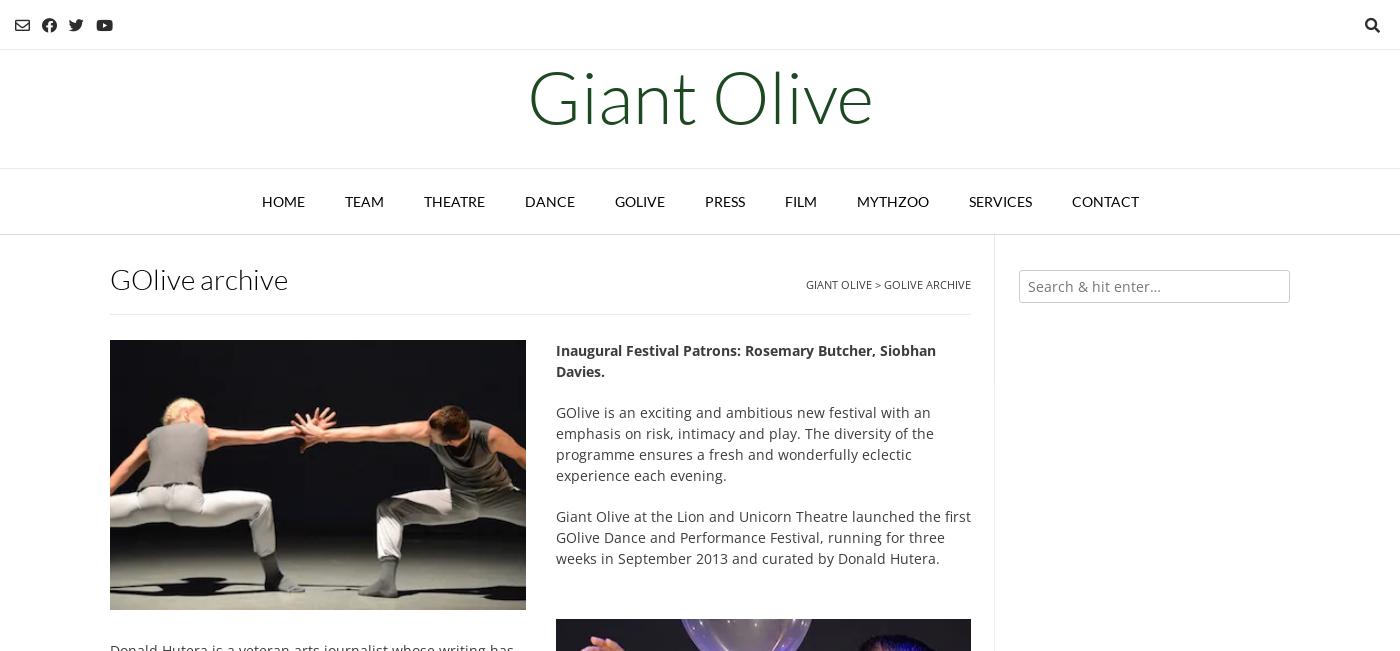 The image size is (1400, 651). I want to click on 'Services', so click(998, 200).